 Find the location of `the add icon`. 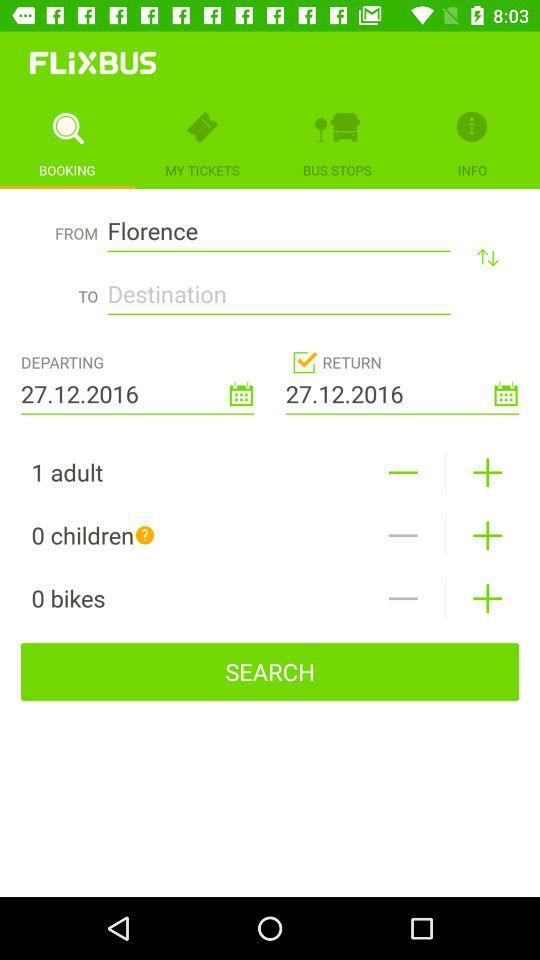

the add icon is located at coordinates (486, 534).